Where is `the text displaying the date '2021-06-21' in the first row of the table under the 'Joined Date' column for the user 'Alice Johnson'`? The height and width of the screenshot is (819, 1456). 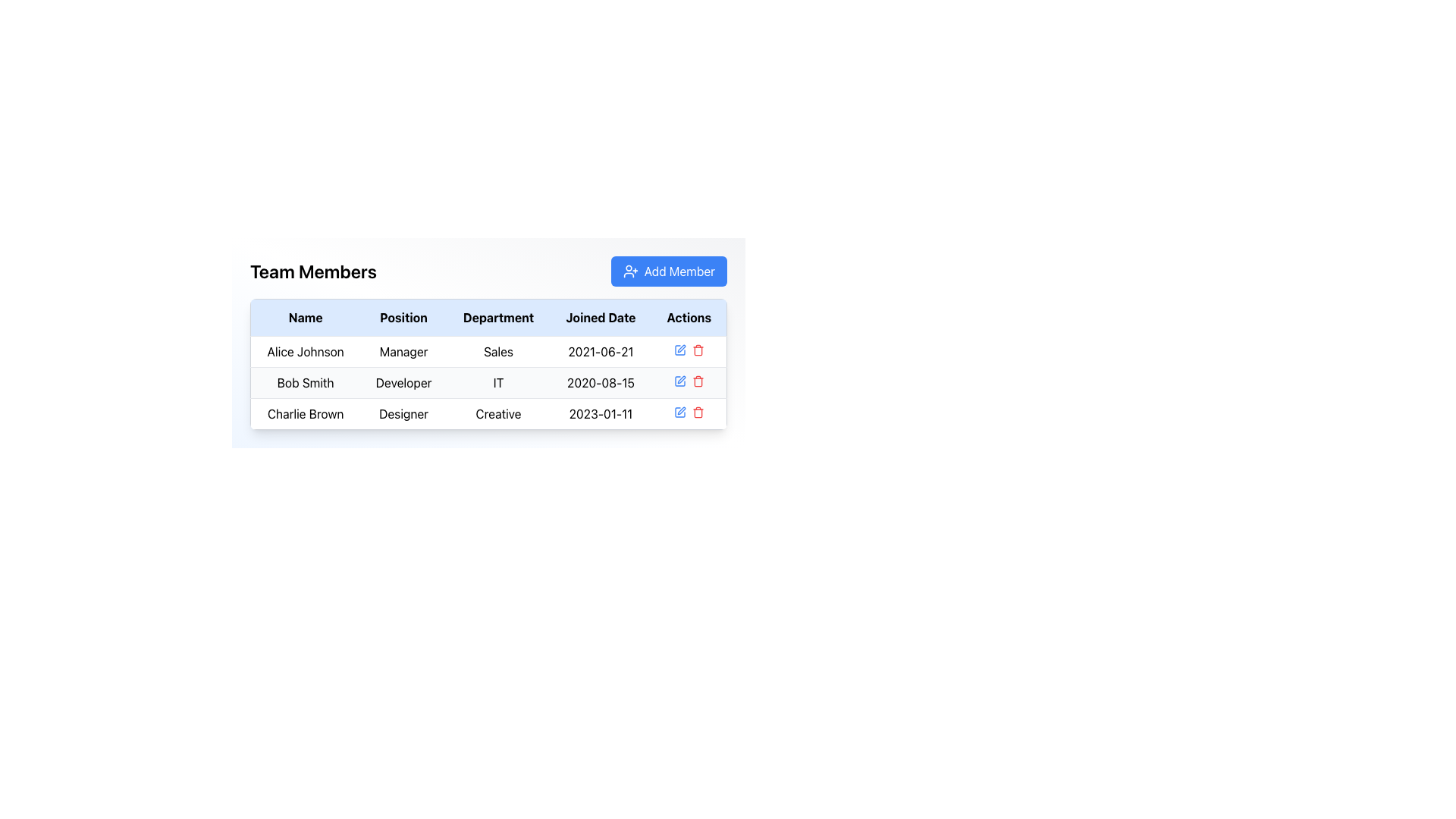 the text displaying the date '2021-06-21' in the first row of the table under the 'Joined Date' column for the user 'Alice Johnson' is located at coordinates (600, 351).